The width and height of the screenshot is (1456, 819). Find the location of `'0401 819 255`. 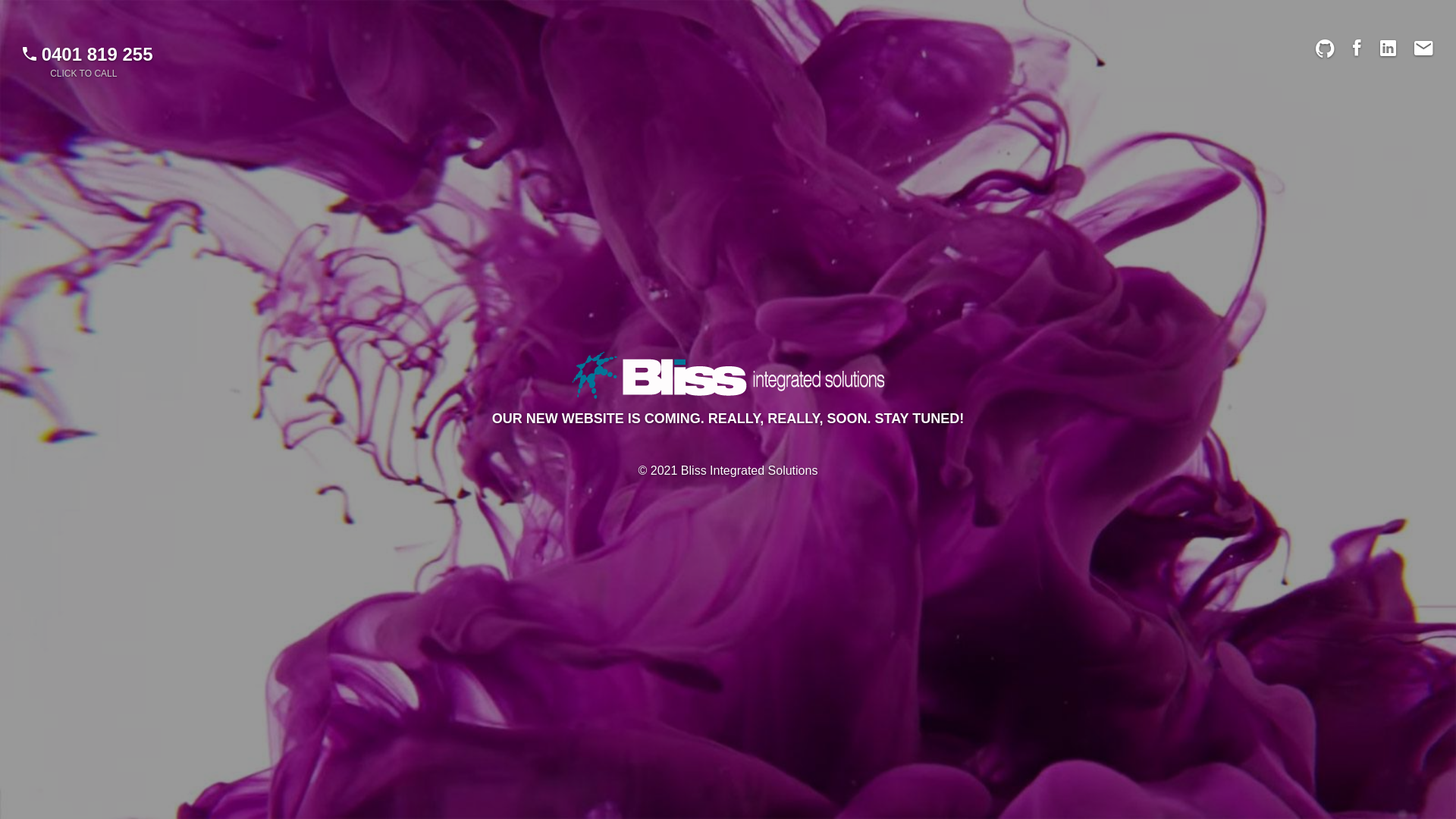

'0401 819 255 is located at coordinates (86, 60).